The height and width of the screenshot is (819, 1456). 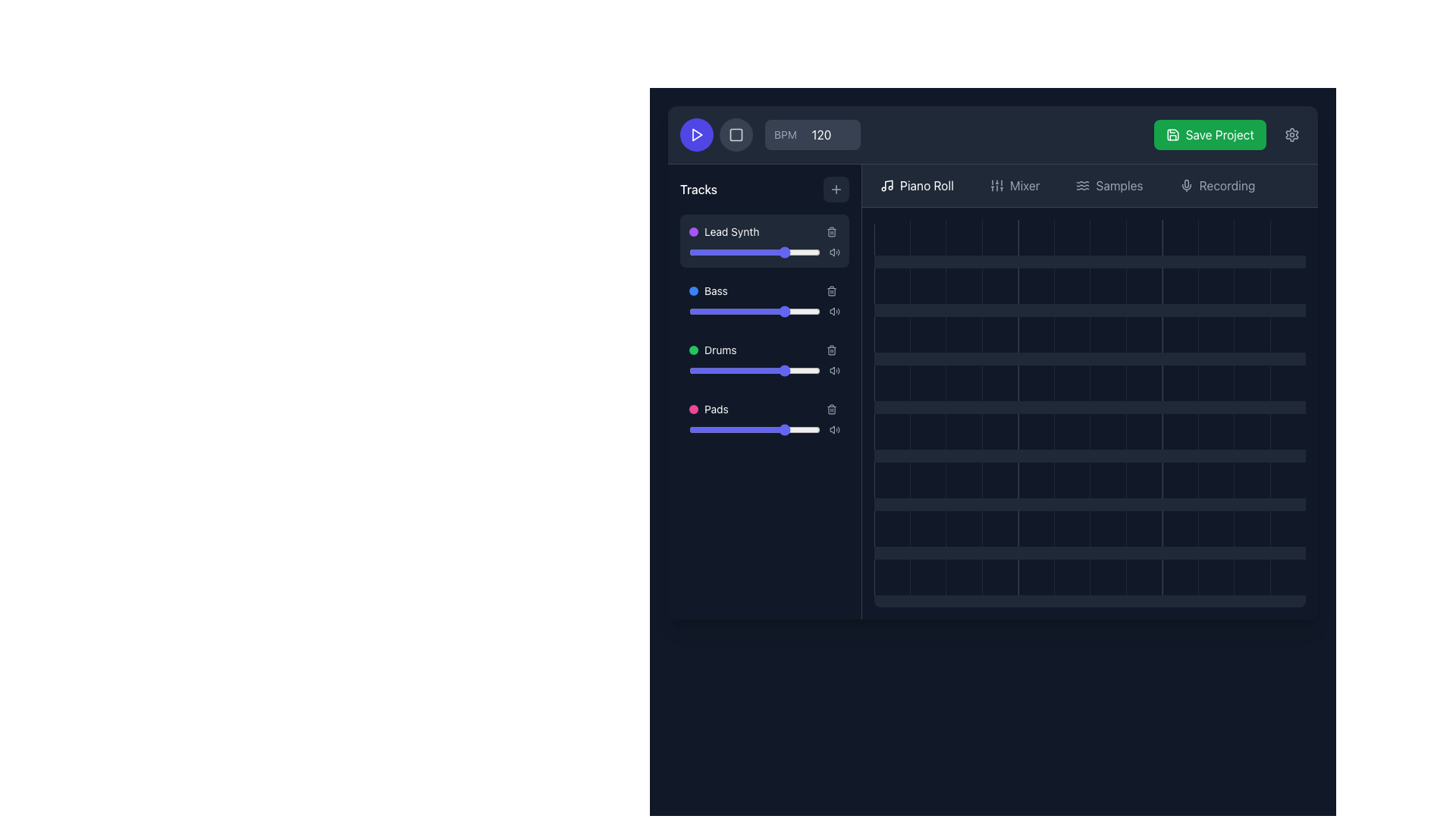 What do you see at coordinates (805, 350) in the screenshot?
I see `the volume for the 'Drums' track` at bounding box center [805, 350].